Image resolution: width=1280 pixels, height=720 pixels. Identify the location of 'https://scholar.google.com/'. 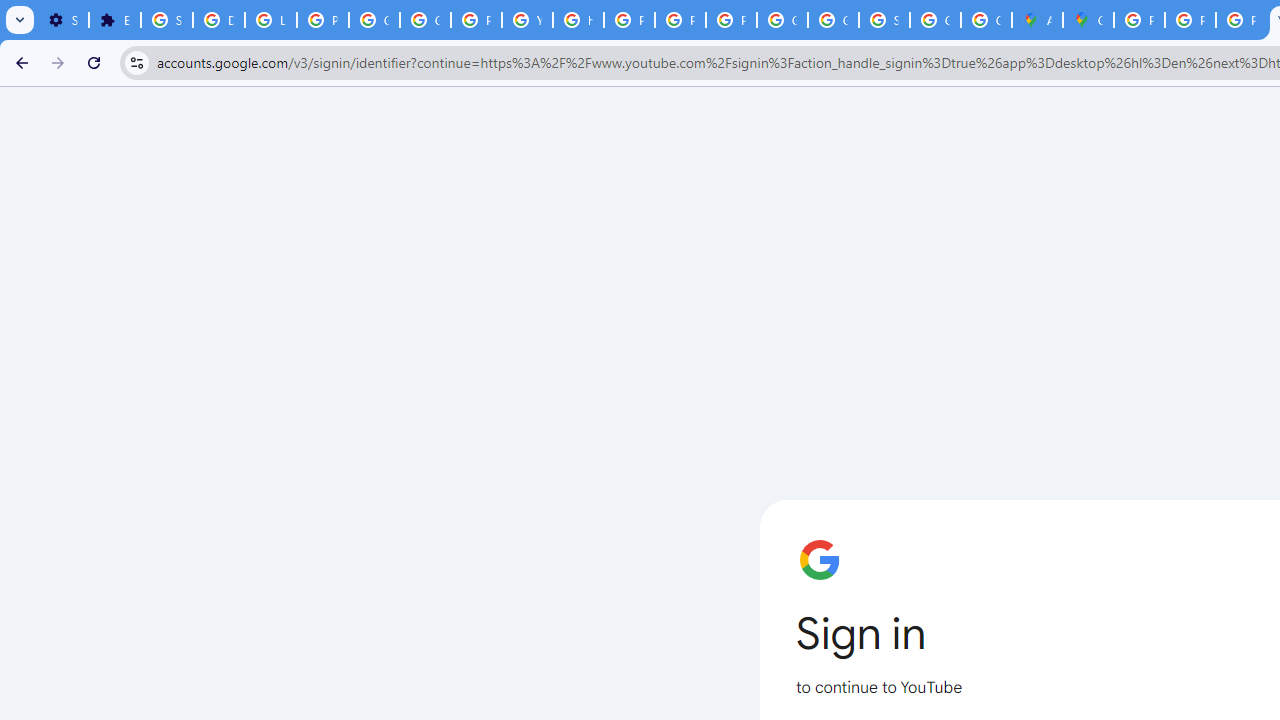
(577, 20).